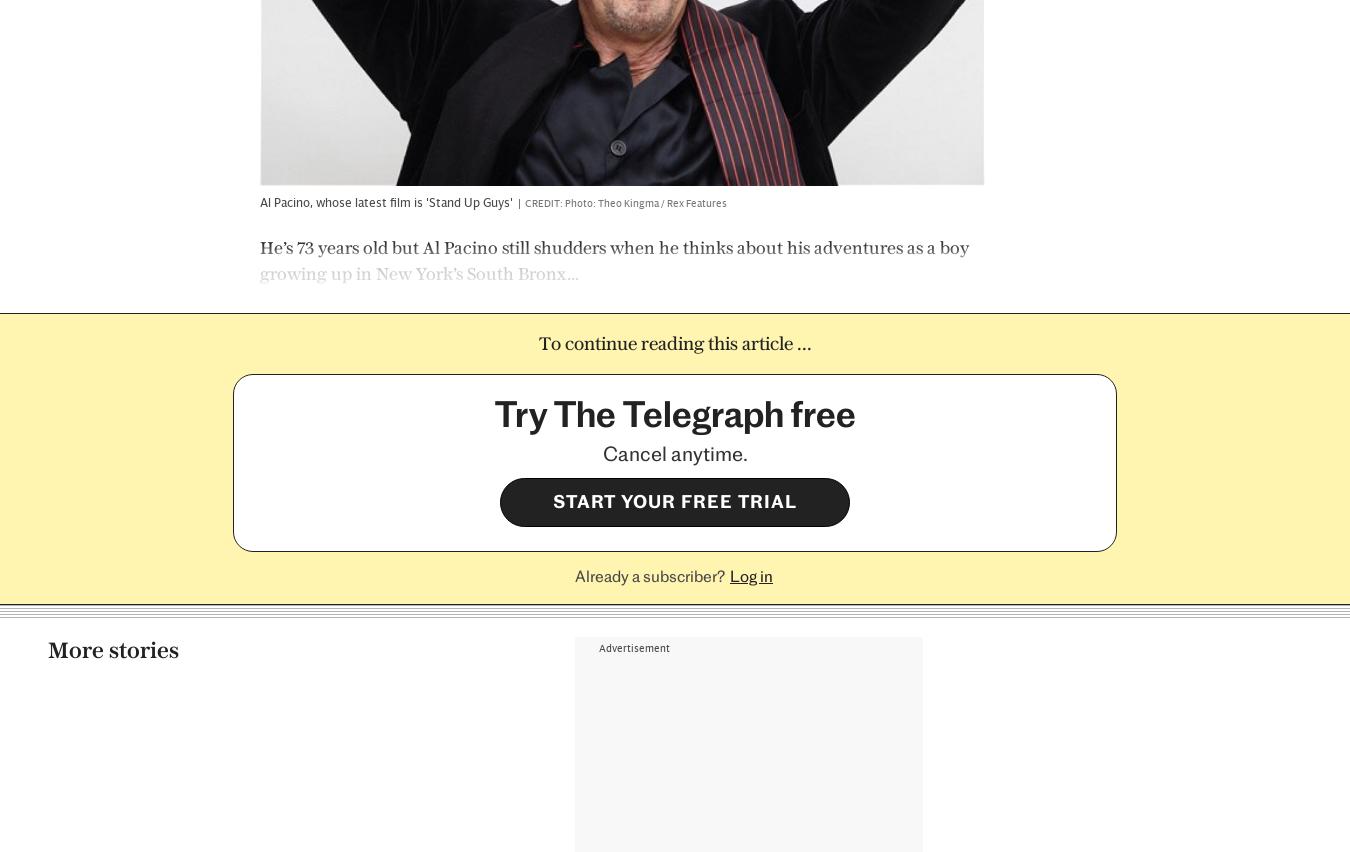 This screenshot has width=1350, height=852. Describe the element at coordinates (140, 750) in the screenshot. I see `'Third Republican debate live: Nikki Haley calls Vivek Ramaswamy 'scum' after daughter jibe'` at that location.